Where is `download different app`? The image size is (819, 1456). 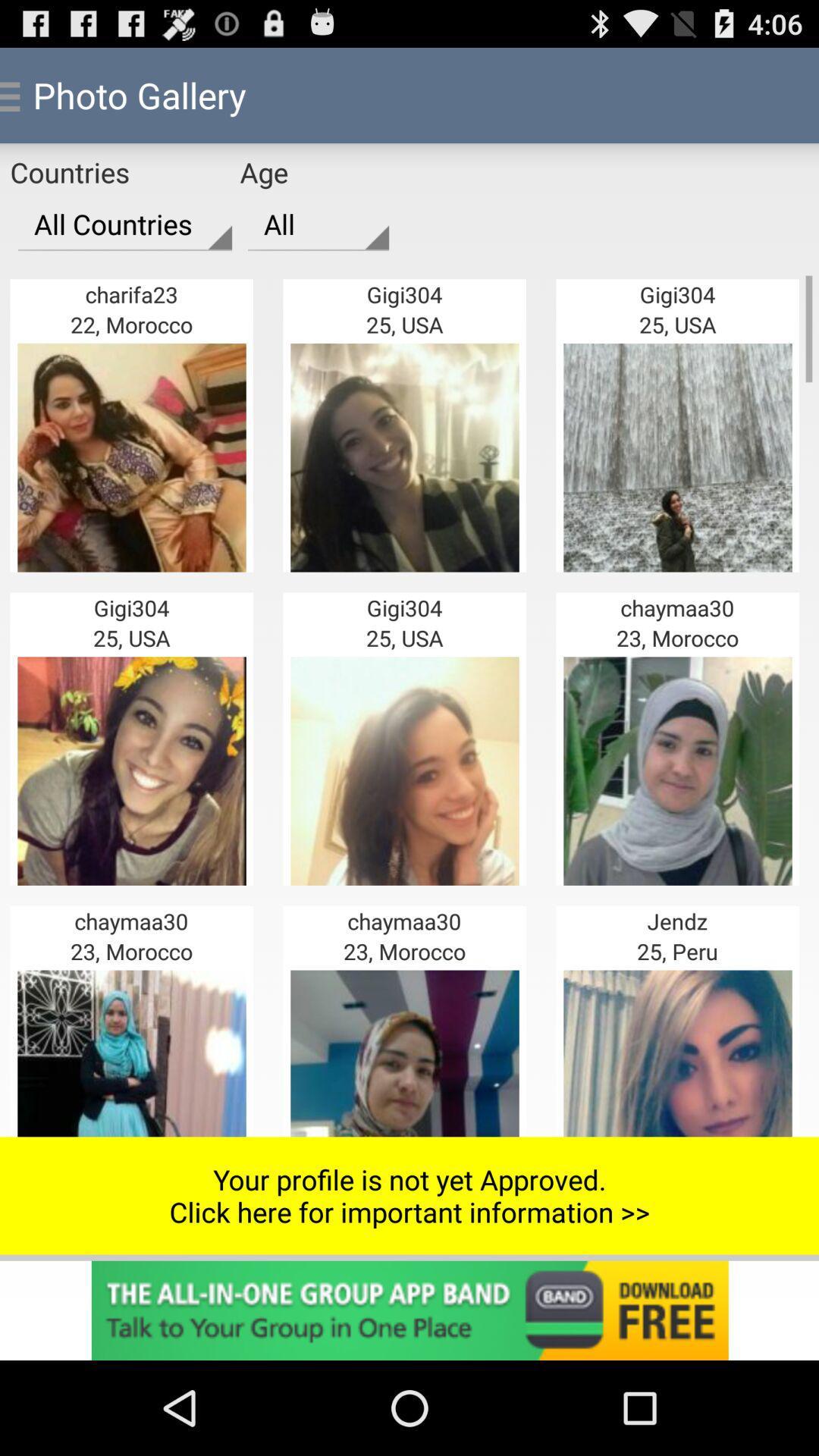
download different app is located at coordinates (409, 1310).